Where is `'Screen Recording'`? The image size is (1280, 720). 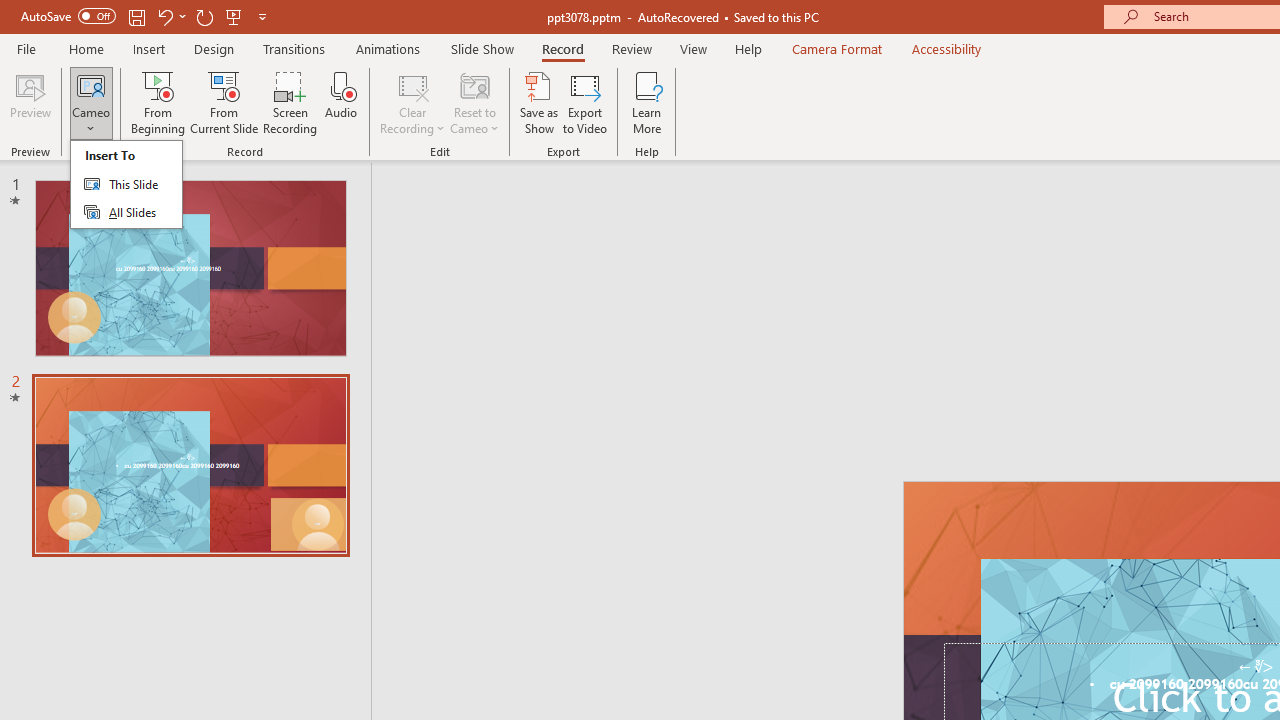
'Screen Recording' is located at coordinates (289, 103).